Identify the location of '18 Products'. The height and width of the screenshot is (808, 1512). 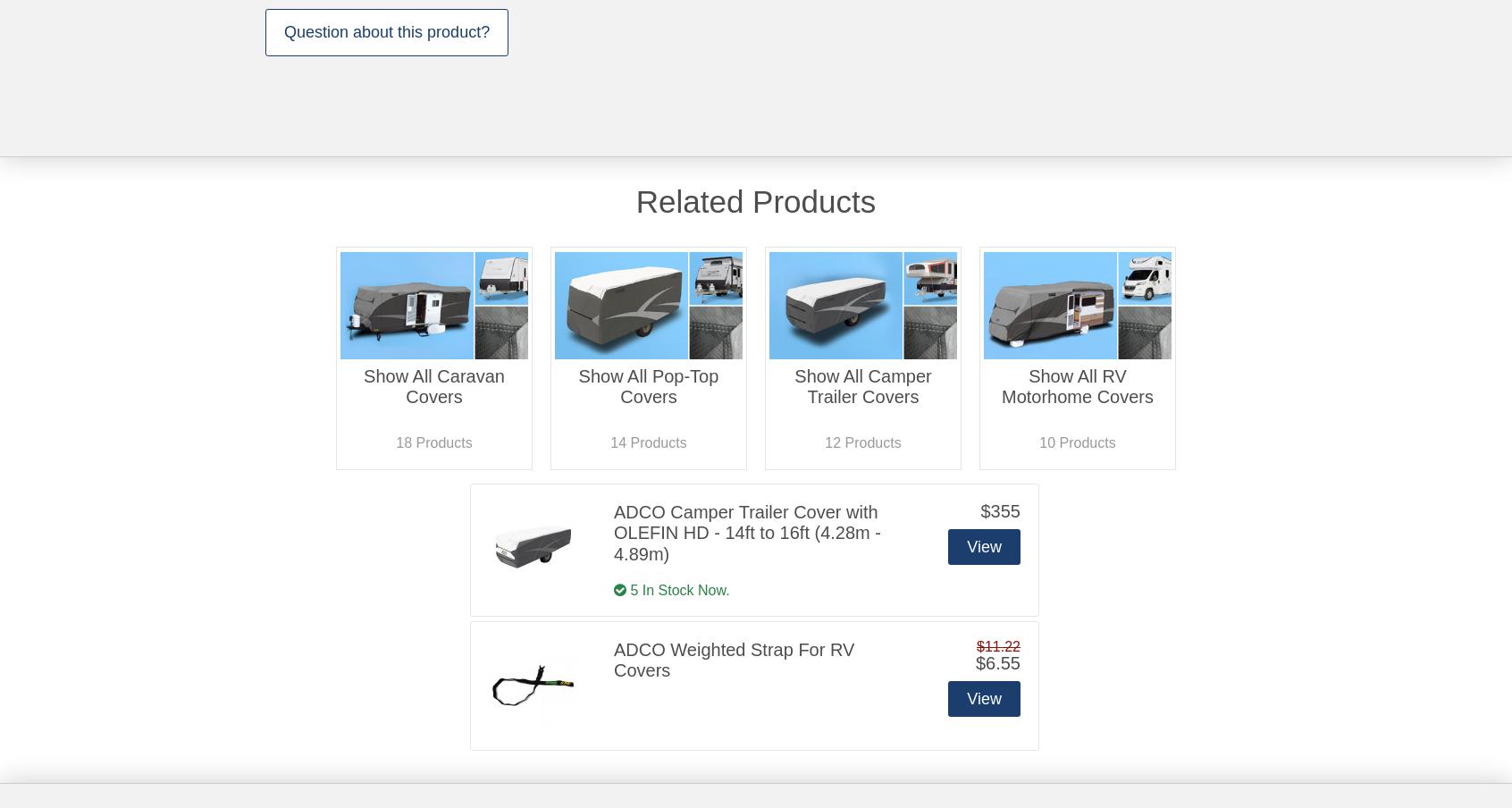
(433, 441).